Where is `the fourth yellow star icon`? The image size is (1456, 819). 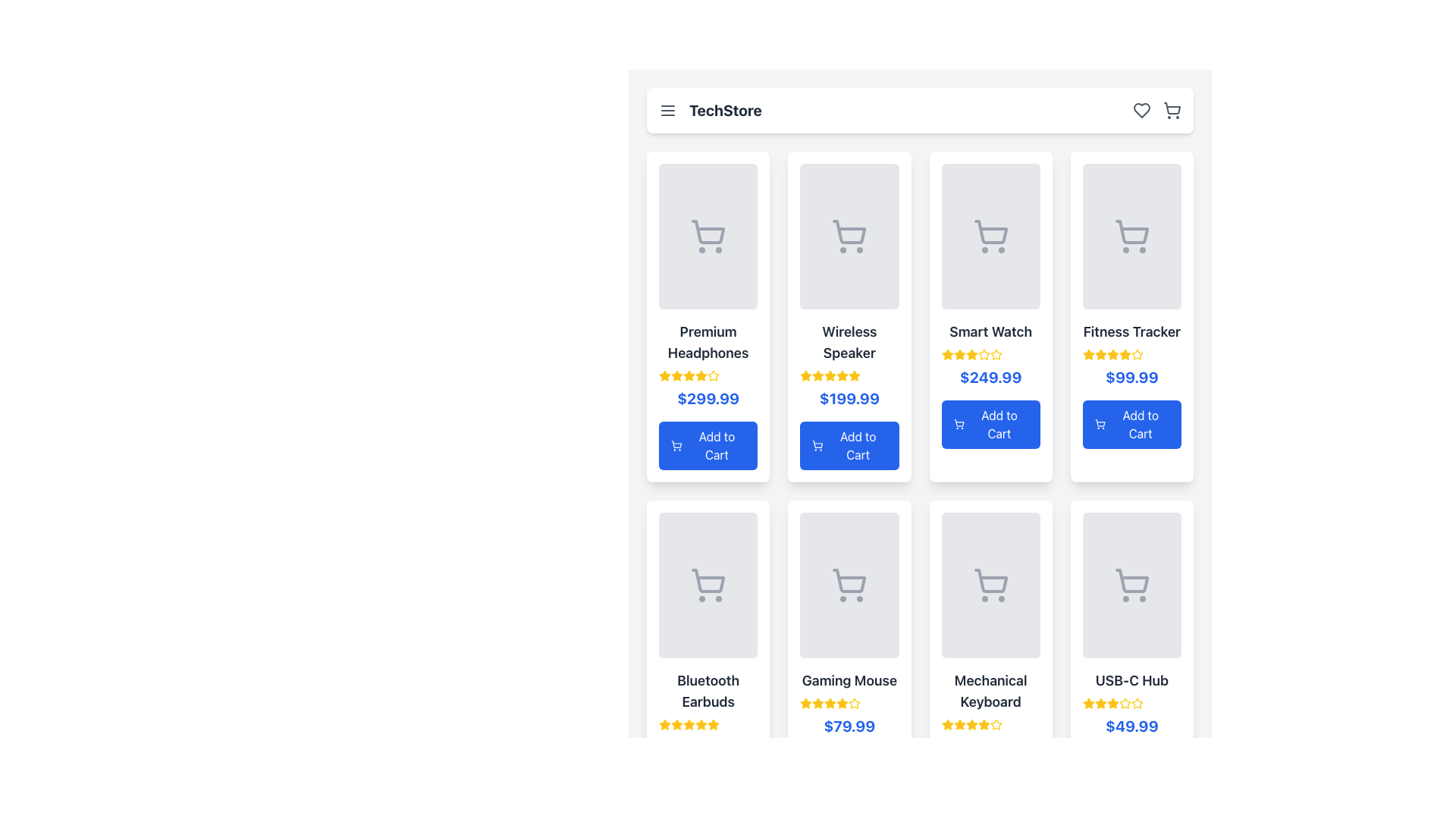
the fourth yellow star icon is located at coordinates (971, 724).